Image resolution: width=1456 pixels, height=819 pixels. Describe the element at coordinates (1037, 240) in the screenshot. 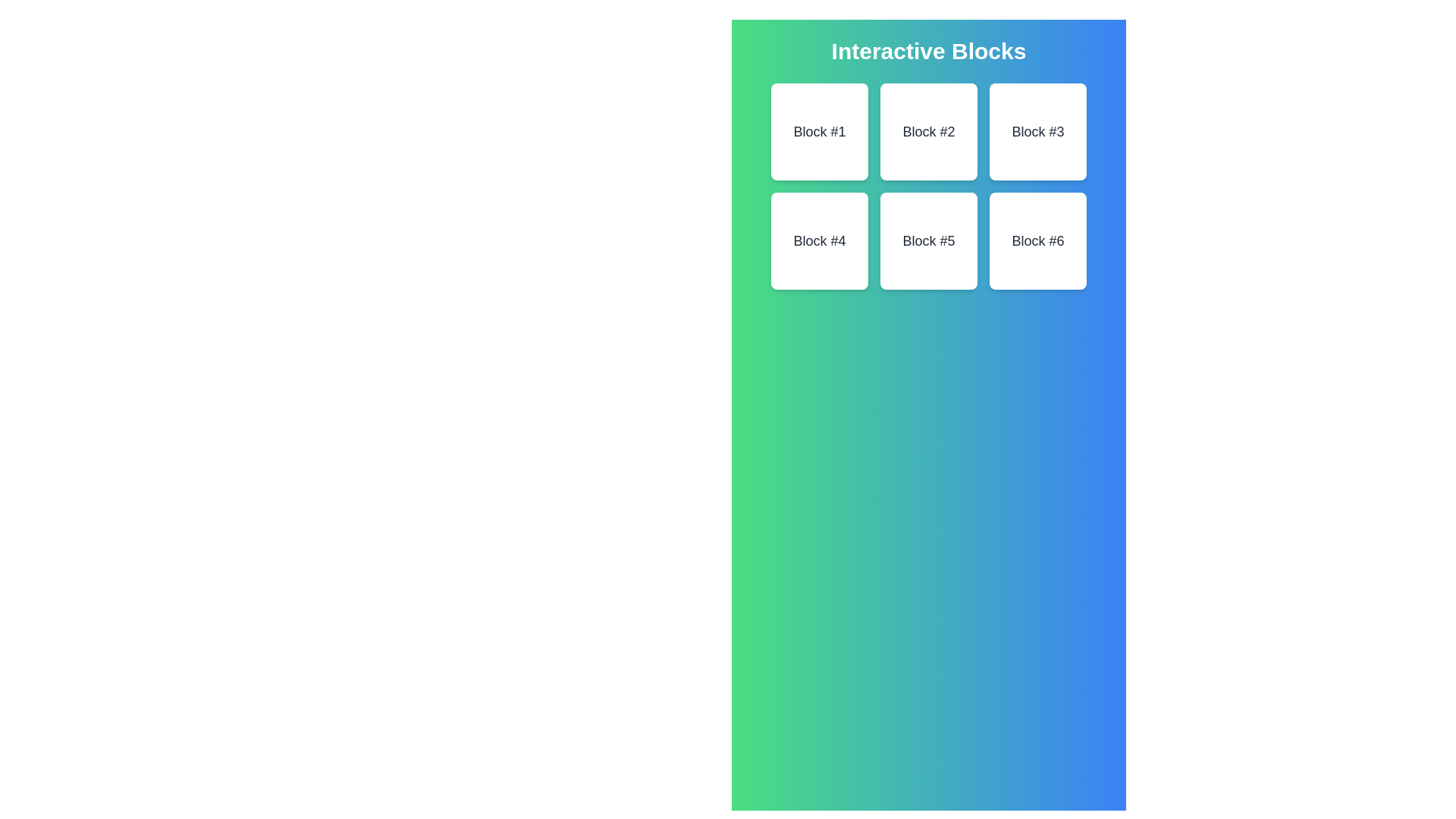

I see `the text label displaying 'Block #6', which is bold, large, and dark gray, located in the bottom-right corner of the grid layout` at that location.